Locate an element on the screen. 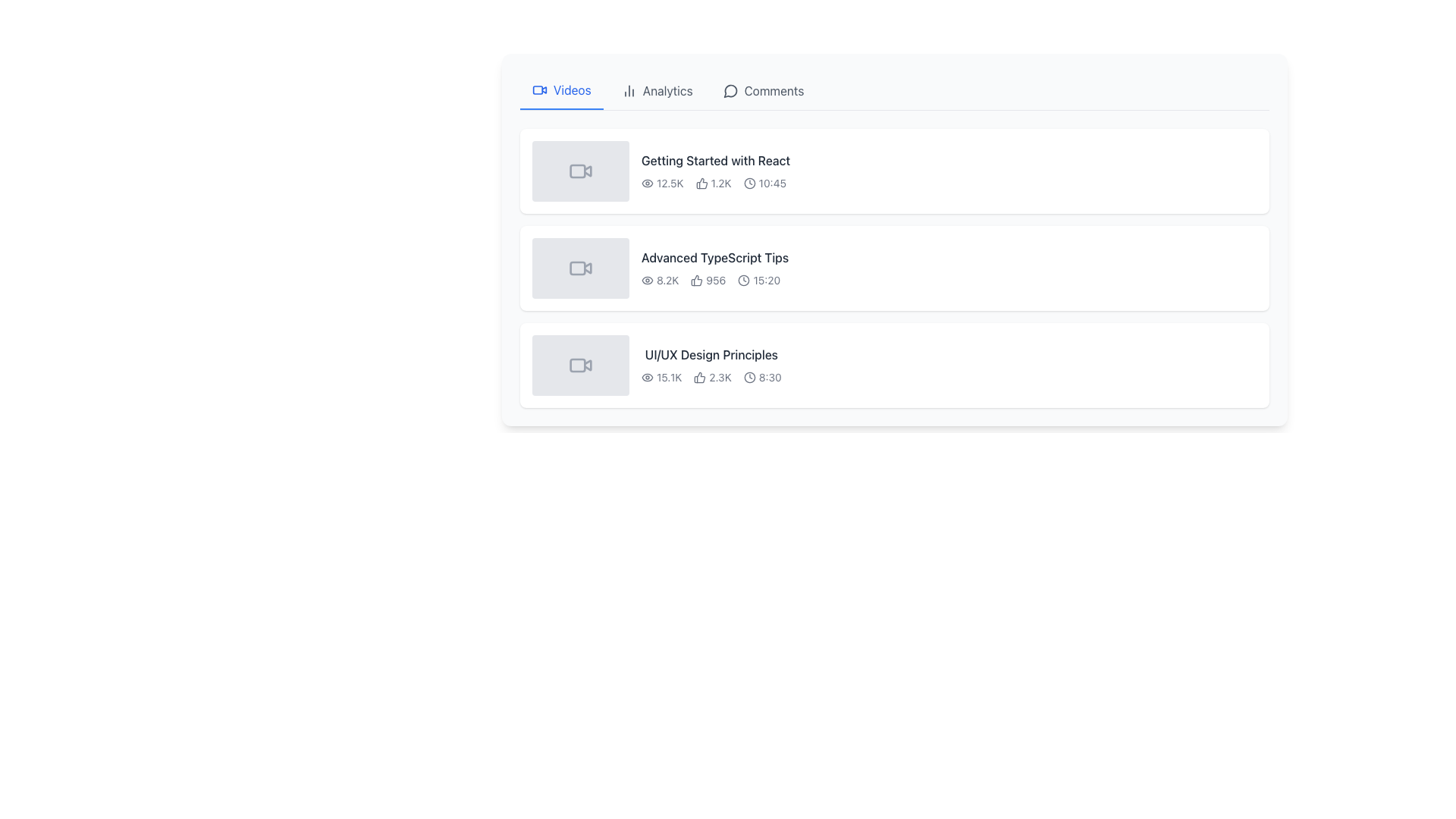  the static text element that displays '12.5K' with an eye icon, indicating view count, located under the video titled 'Getting Started with React' is located at coordinates (662, 183).